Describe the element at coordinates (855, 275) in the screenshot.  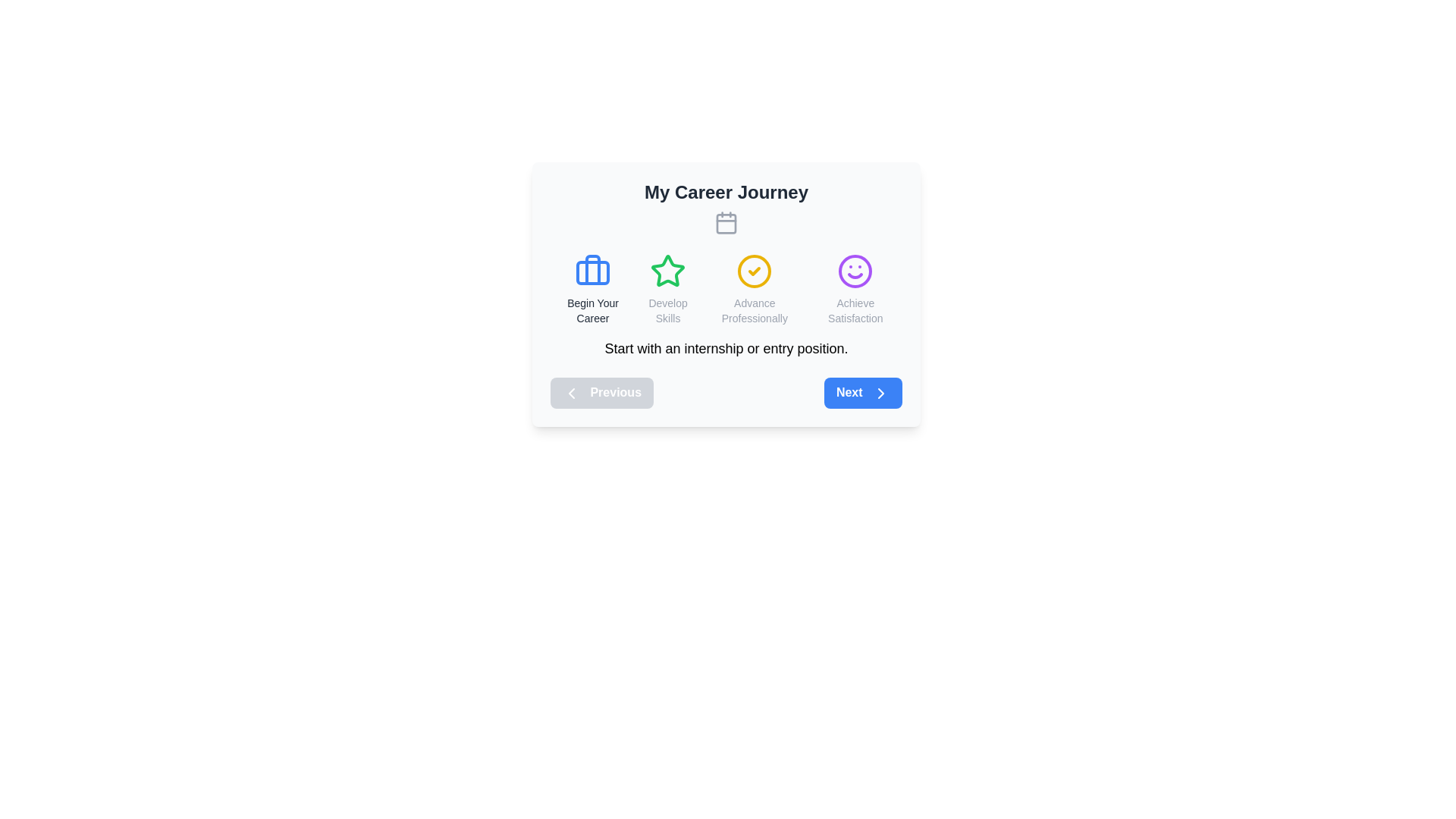
I see `the purple curved line representing a smile in the SVG graphic, part of the smiling face icon within the 'My Career Journey' card overlay` at that location.